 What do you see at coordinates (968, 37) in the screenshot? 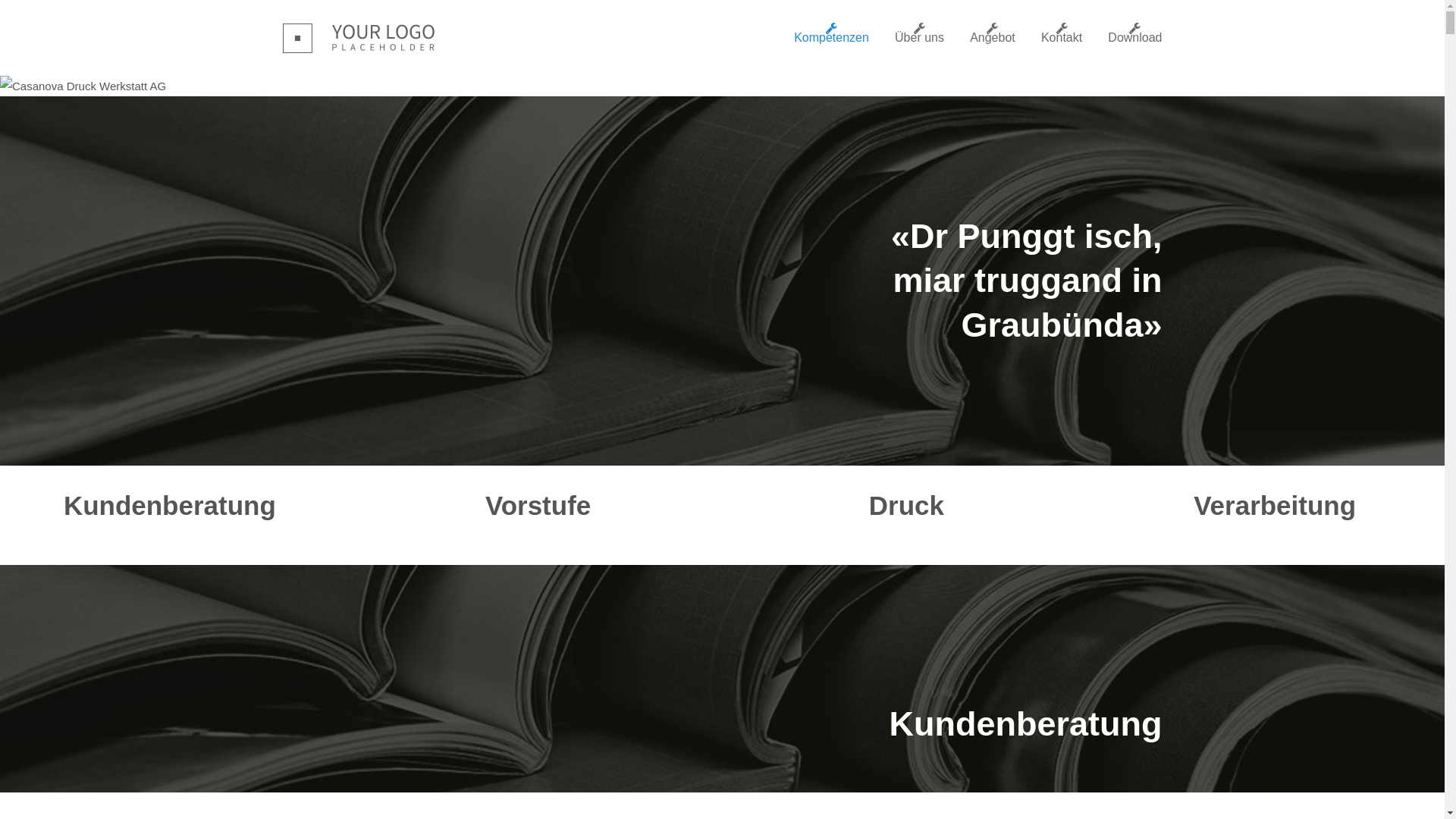
I see `'Angebot'` at bounding box center [968, 37].